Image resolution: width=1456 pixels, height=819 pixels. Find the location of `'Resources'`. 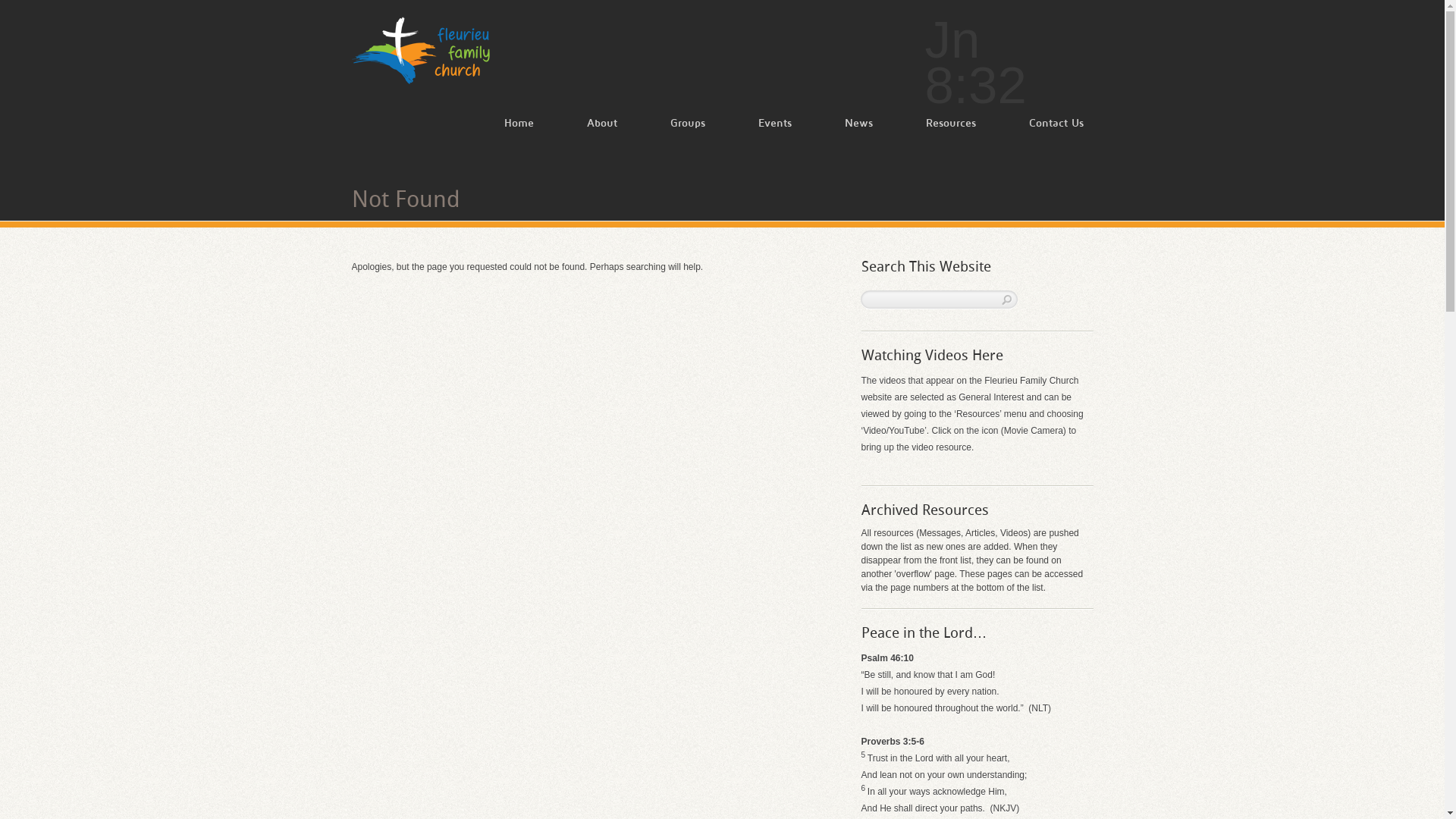

'Resources' is located at coordinates (923, 124).